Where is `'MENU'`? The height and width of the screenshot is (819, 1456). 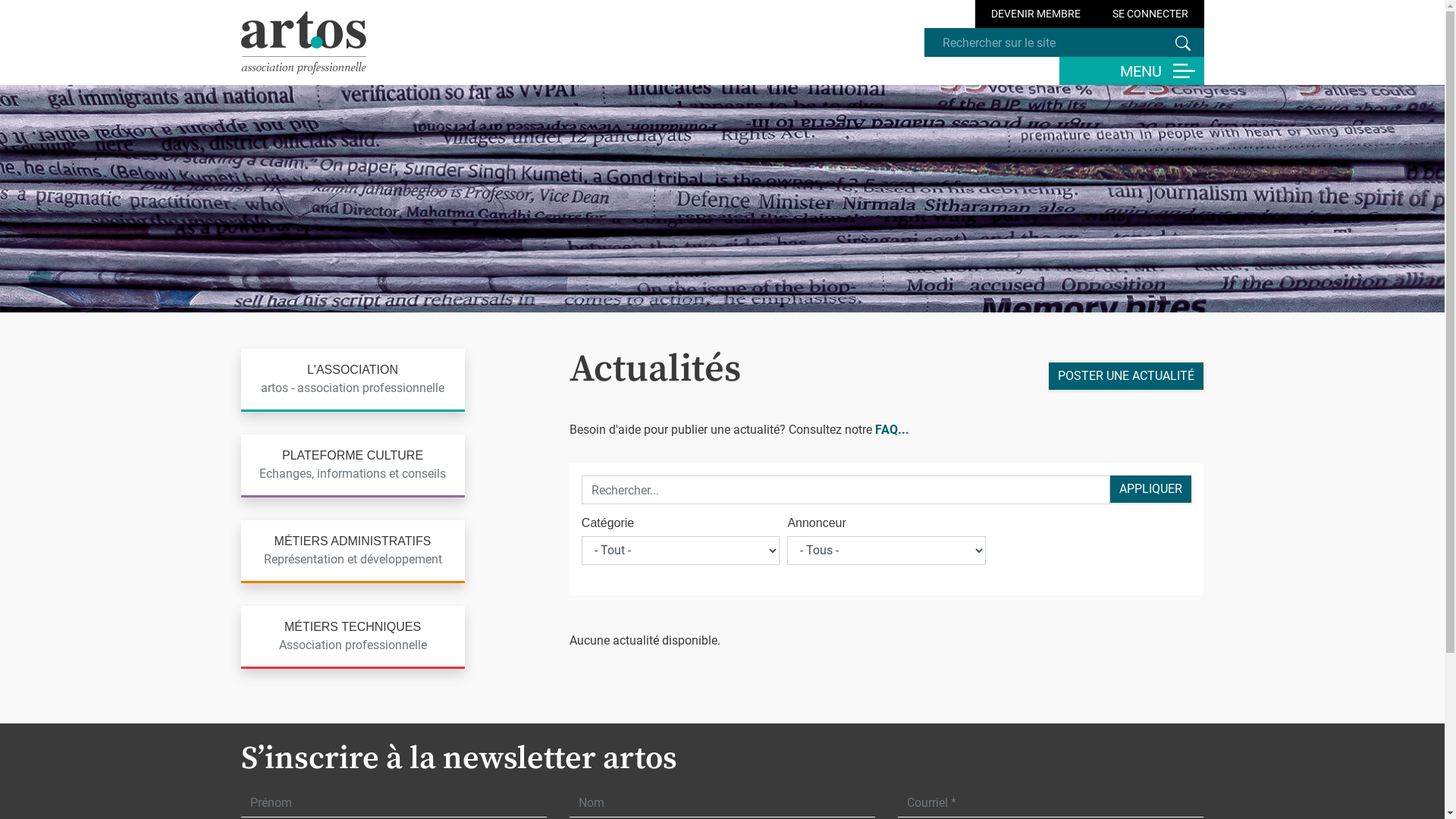
'MENU' is located at coordinates (1131, 71).